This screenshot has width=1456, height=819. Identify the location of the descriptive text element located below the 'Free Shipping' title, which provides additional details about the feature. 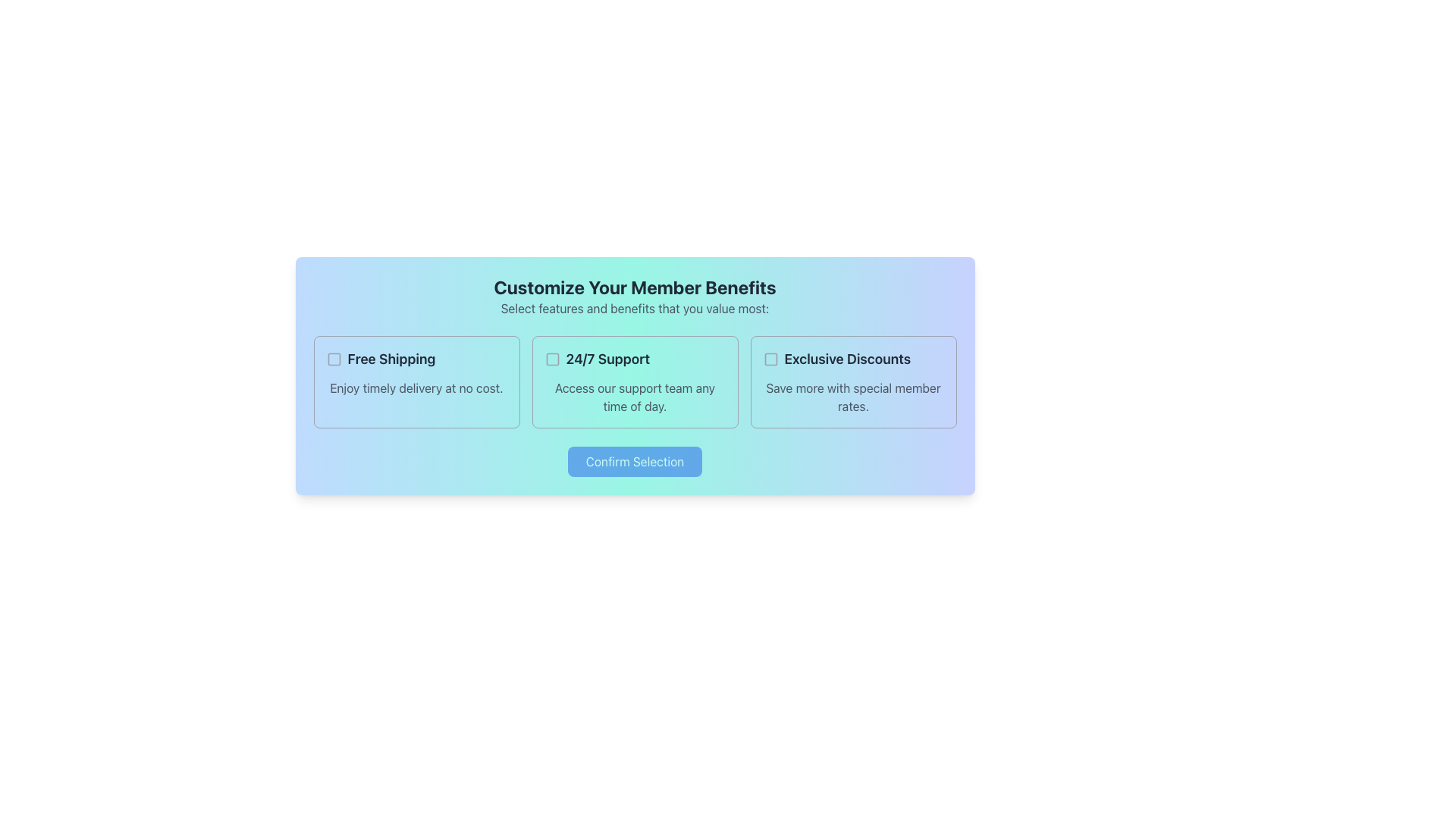
(416, 388).